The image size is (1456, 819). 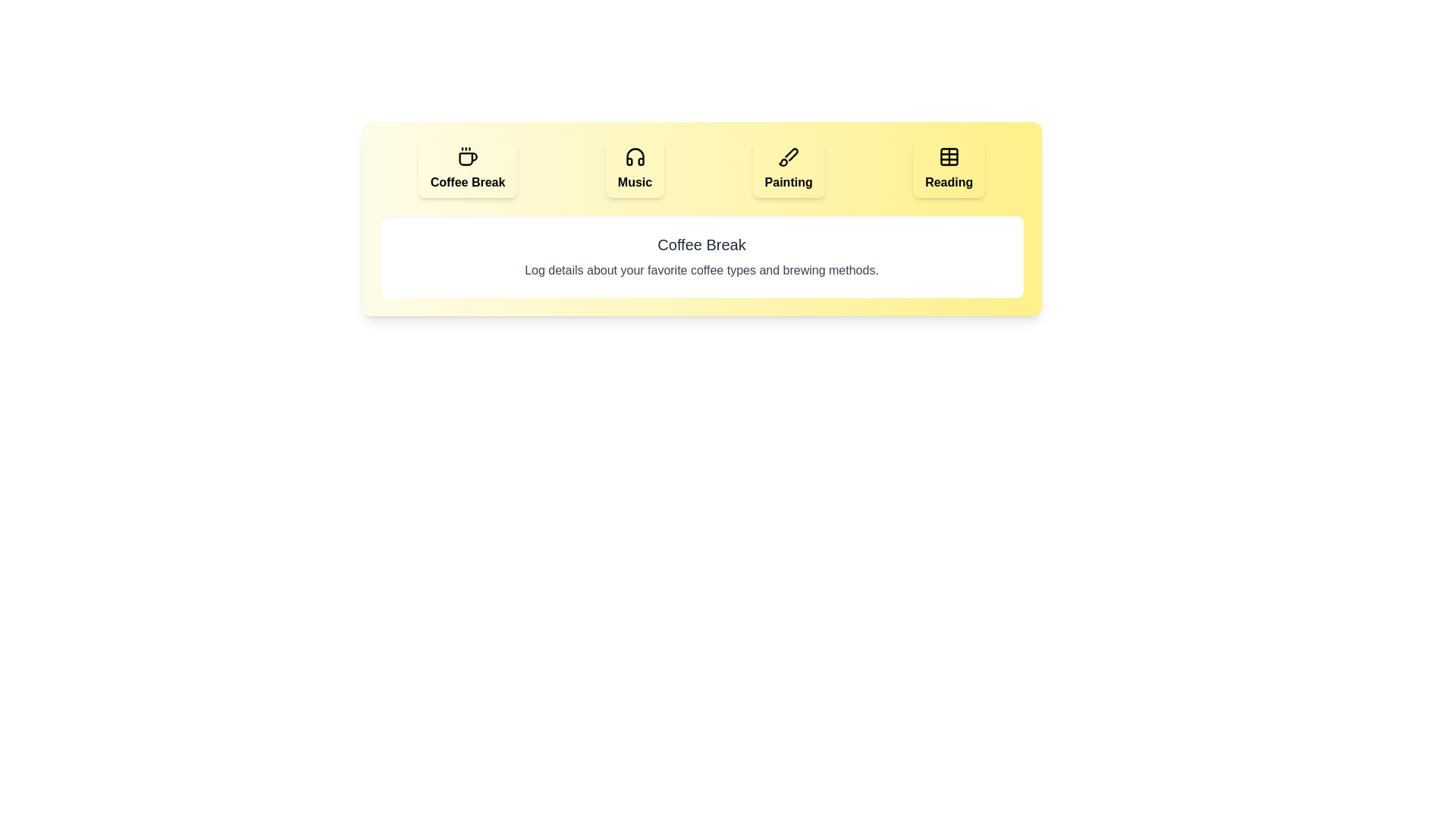 What do you see at coordinates (701, 219) in the screenshot?
I see `the informational content block that provides details about coffee types and brewing methods, located between interactive icons and an empty space below` at bounding box center [701, 219].